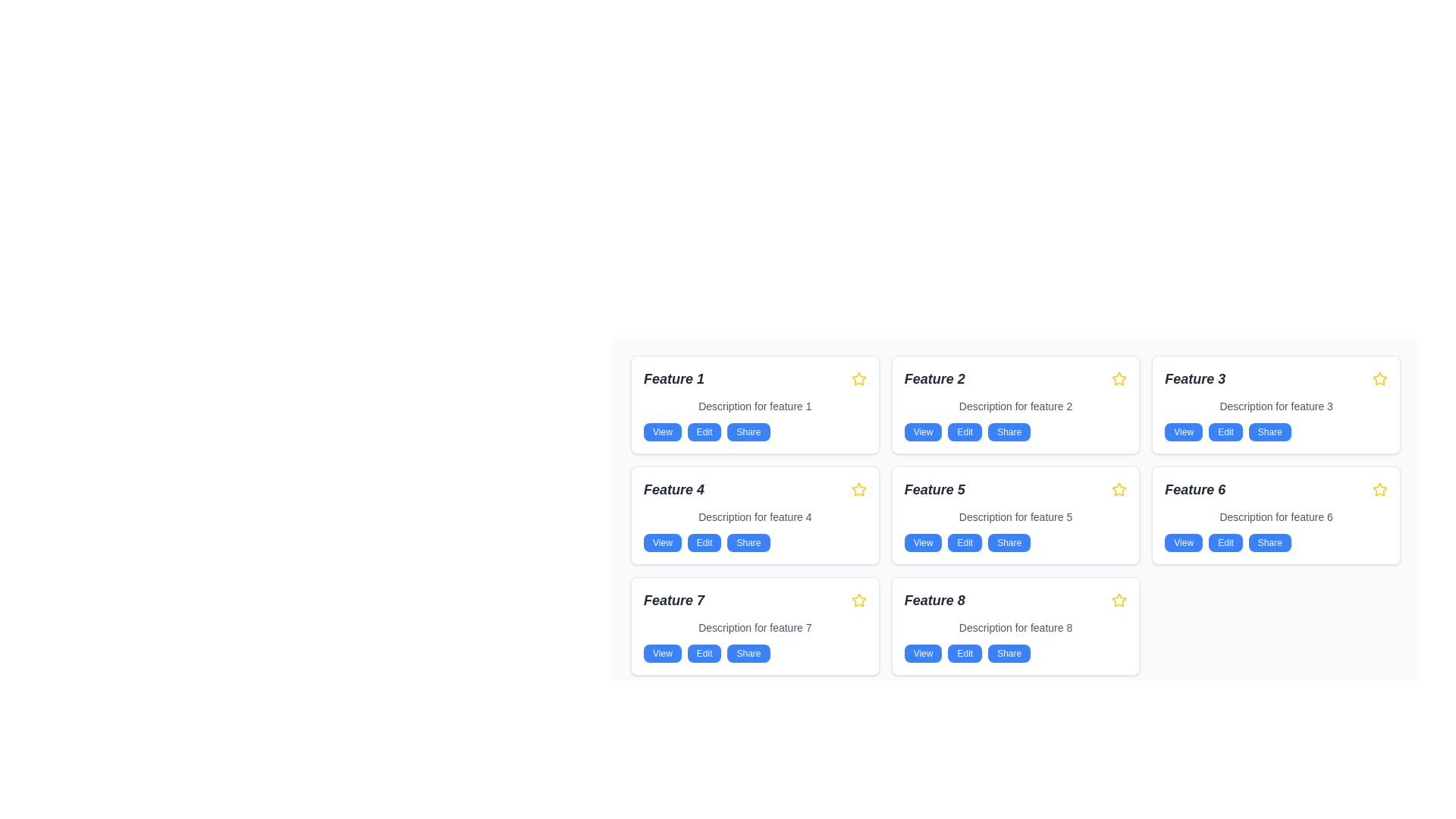 The width and height of the screenshot is (1456, 819). I want to click on the star icon located in the top-right corner of the card labeled 'Feature 1', so click(858, 378).